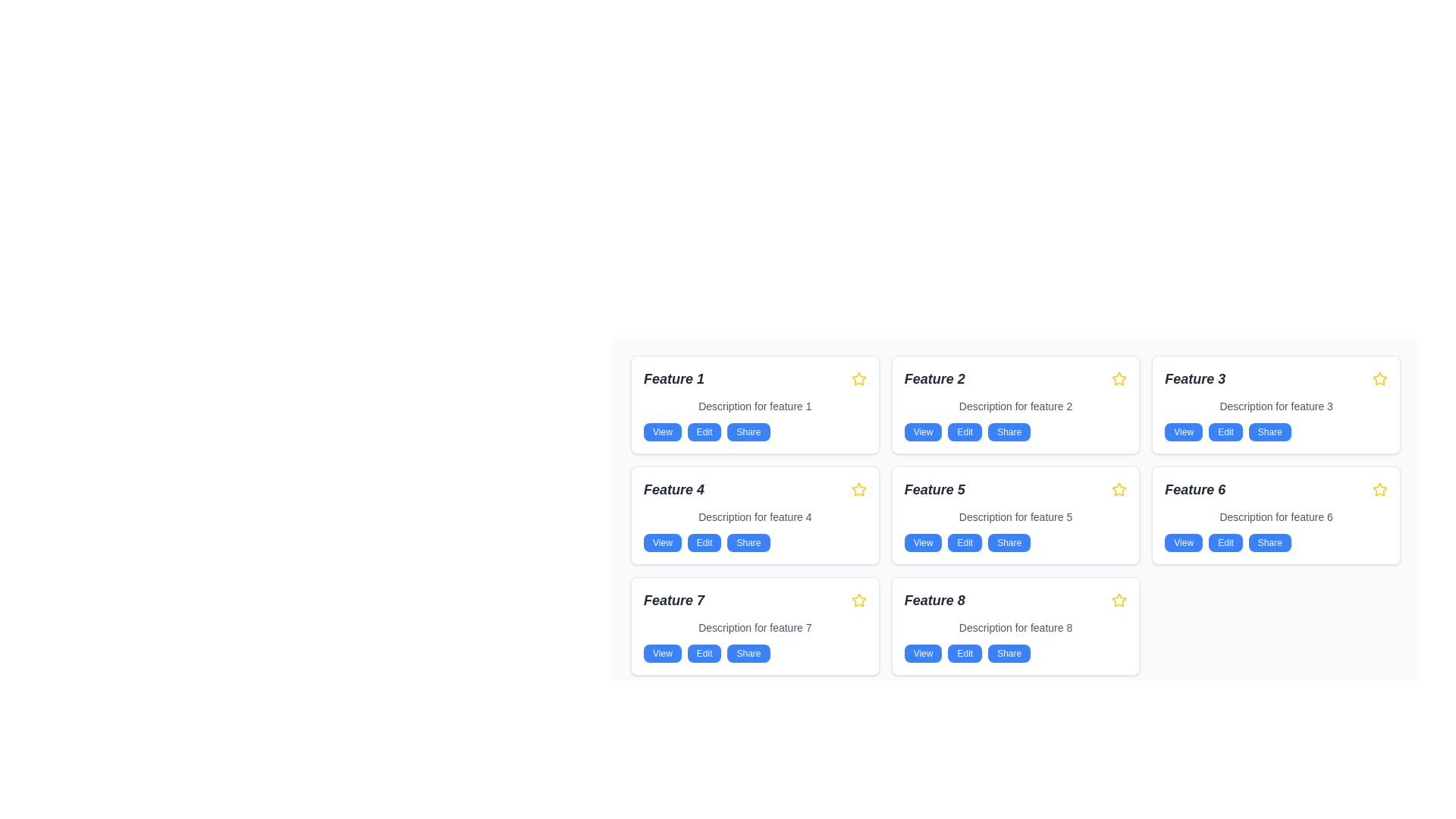 The width and height of the screenshot is (1456, 819). I want to click on the star icon located in the top-right corner of the card labeled 'Feature 1', so click(858, 378).